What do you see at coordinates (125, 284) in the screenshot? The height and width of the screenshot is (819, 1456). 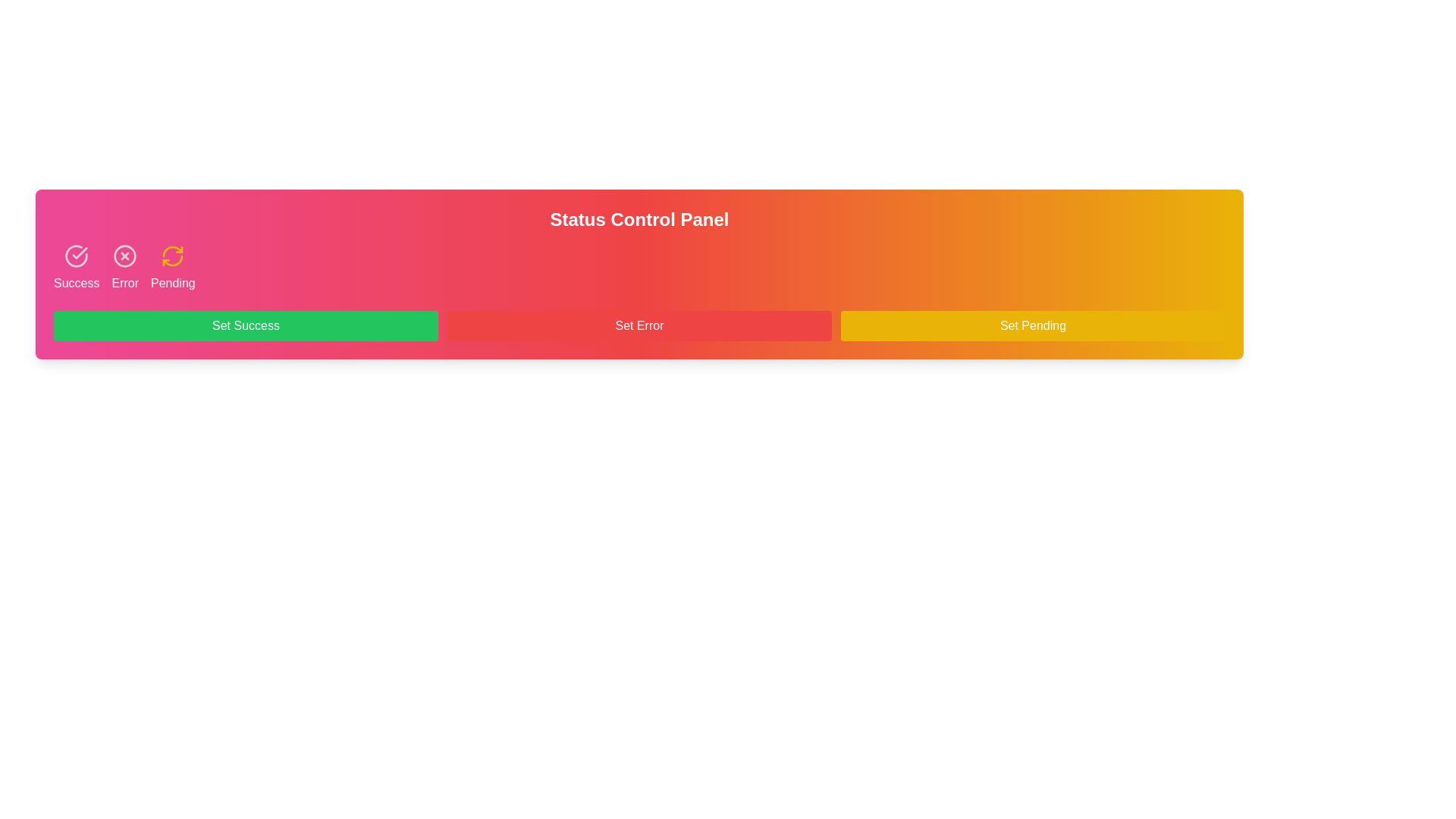 I see `the text label displaying 'Error', which is bold and centered beneath an 'X' icon in a pinkish gradient box, located in the middle segment of the top area of the panel` at bounding box center [125, 284].